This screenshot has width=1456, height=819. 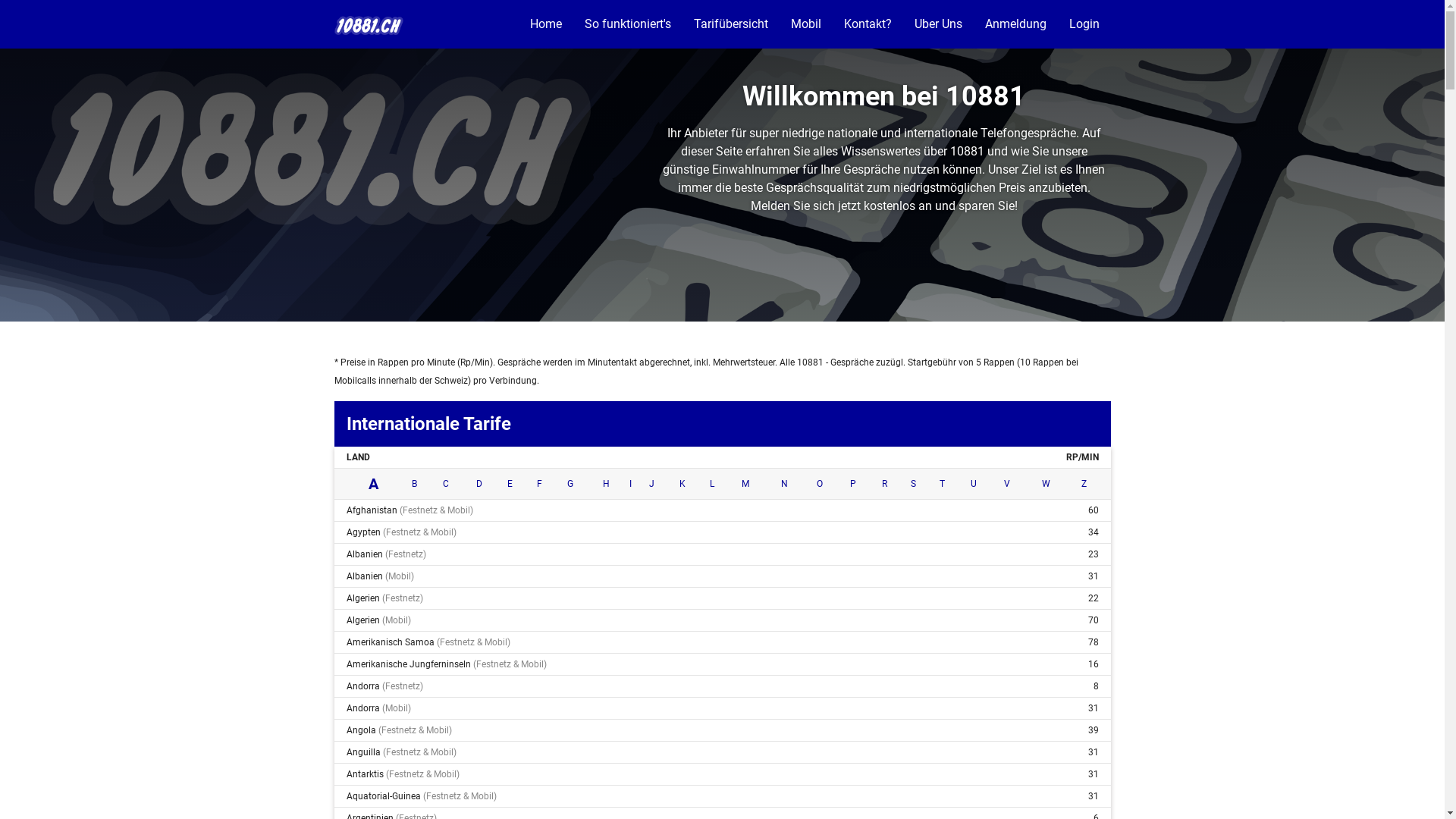 I want to click on 'Kontakt?', so click(x=868, y=24).